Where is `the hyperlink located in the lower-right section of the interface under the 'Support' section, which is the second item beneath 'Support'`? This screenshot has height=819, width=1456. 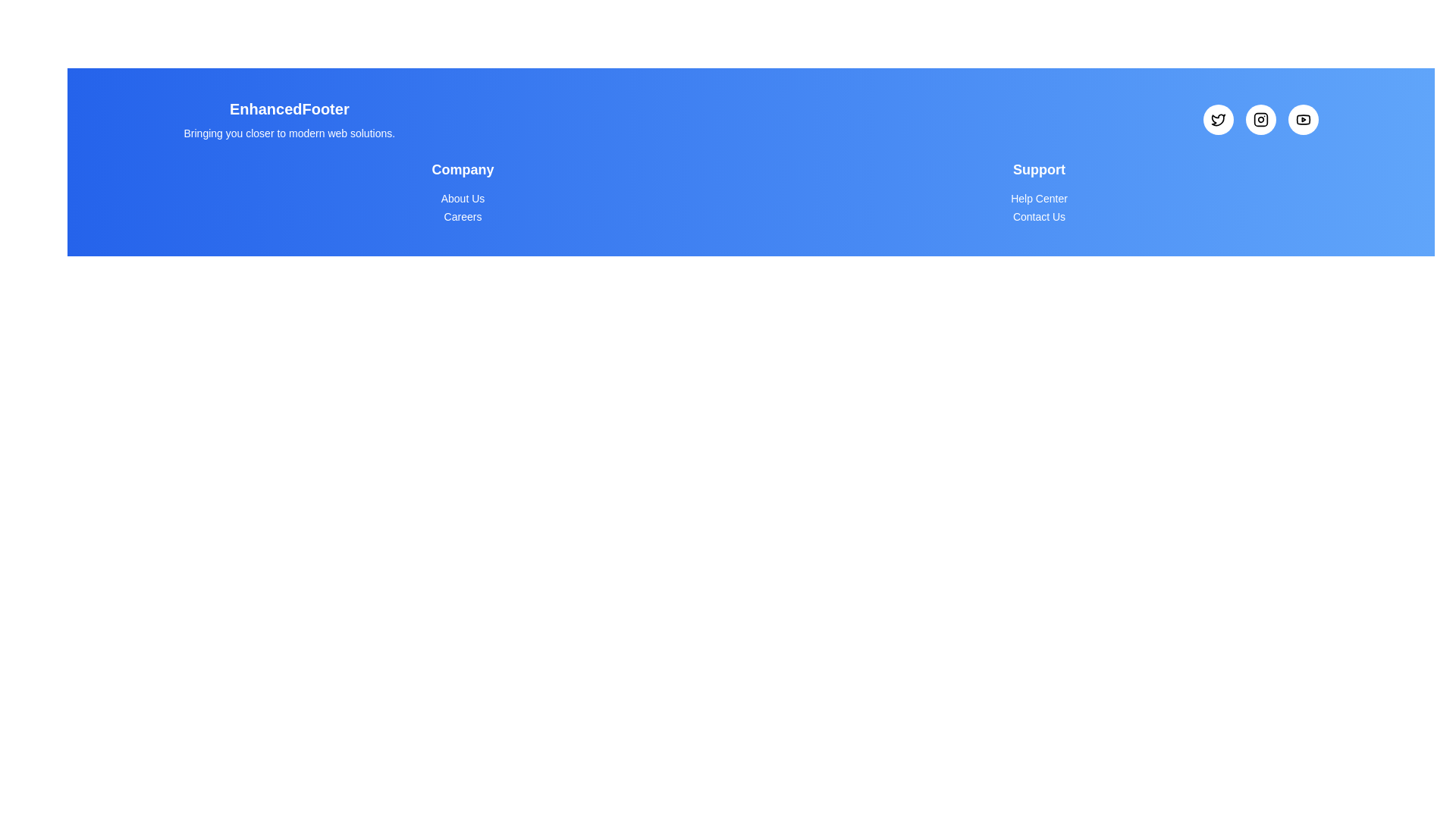 the hyperlink located in the lower-right section of the interface under the 'Support' section, which is the second item beneath 'Support' is located at coordinates (1038, 216).